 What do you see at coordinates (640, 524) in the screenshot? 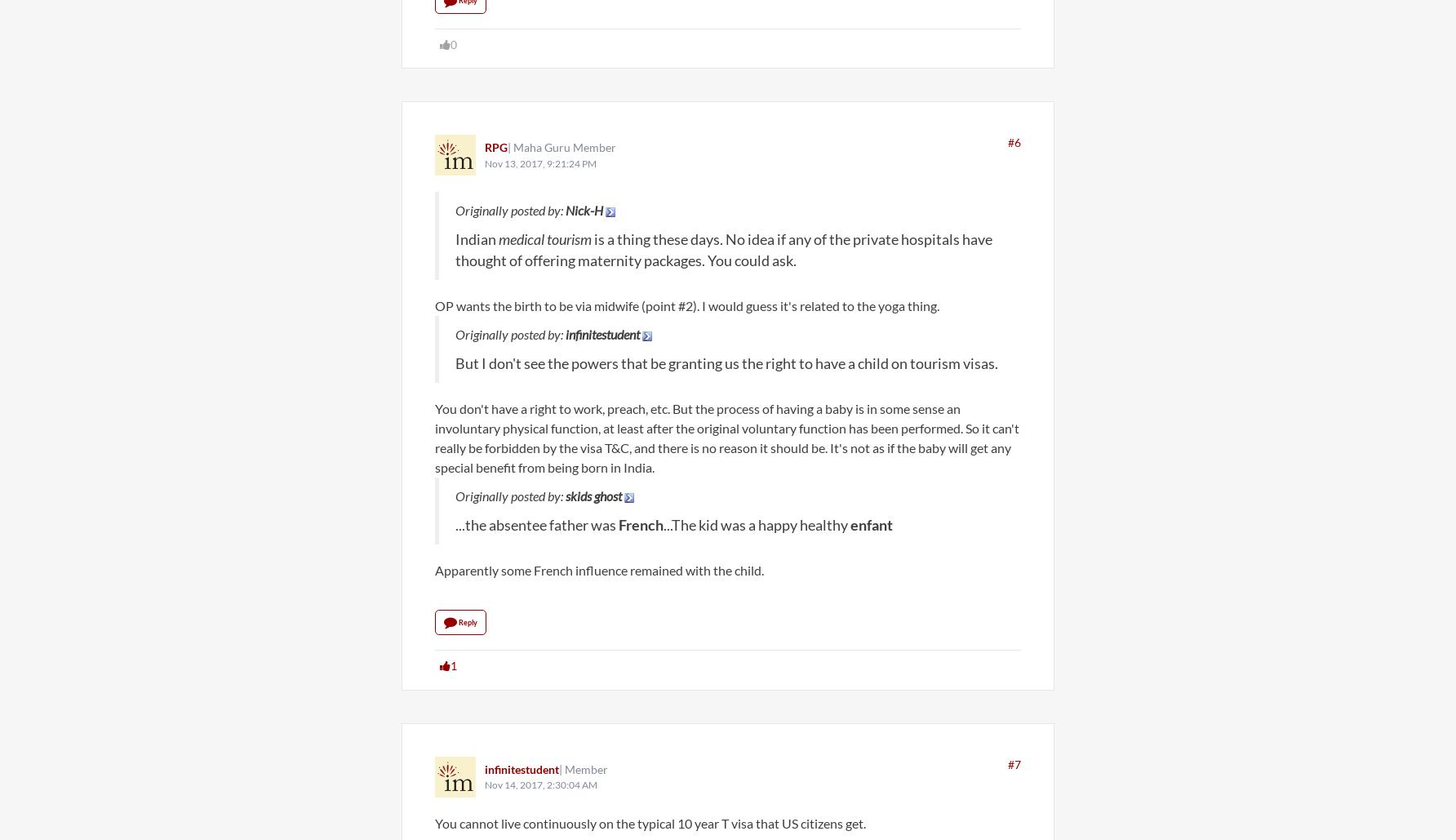
I see `'French'` at bounding box center [640, 524].